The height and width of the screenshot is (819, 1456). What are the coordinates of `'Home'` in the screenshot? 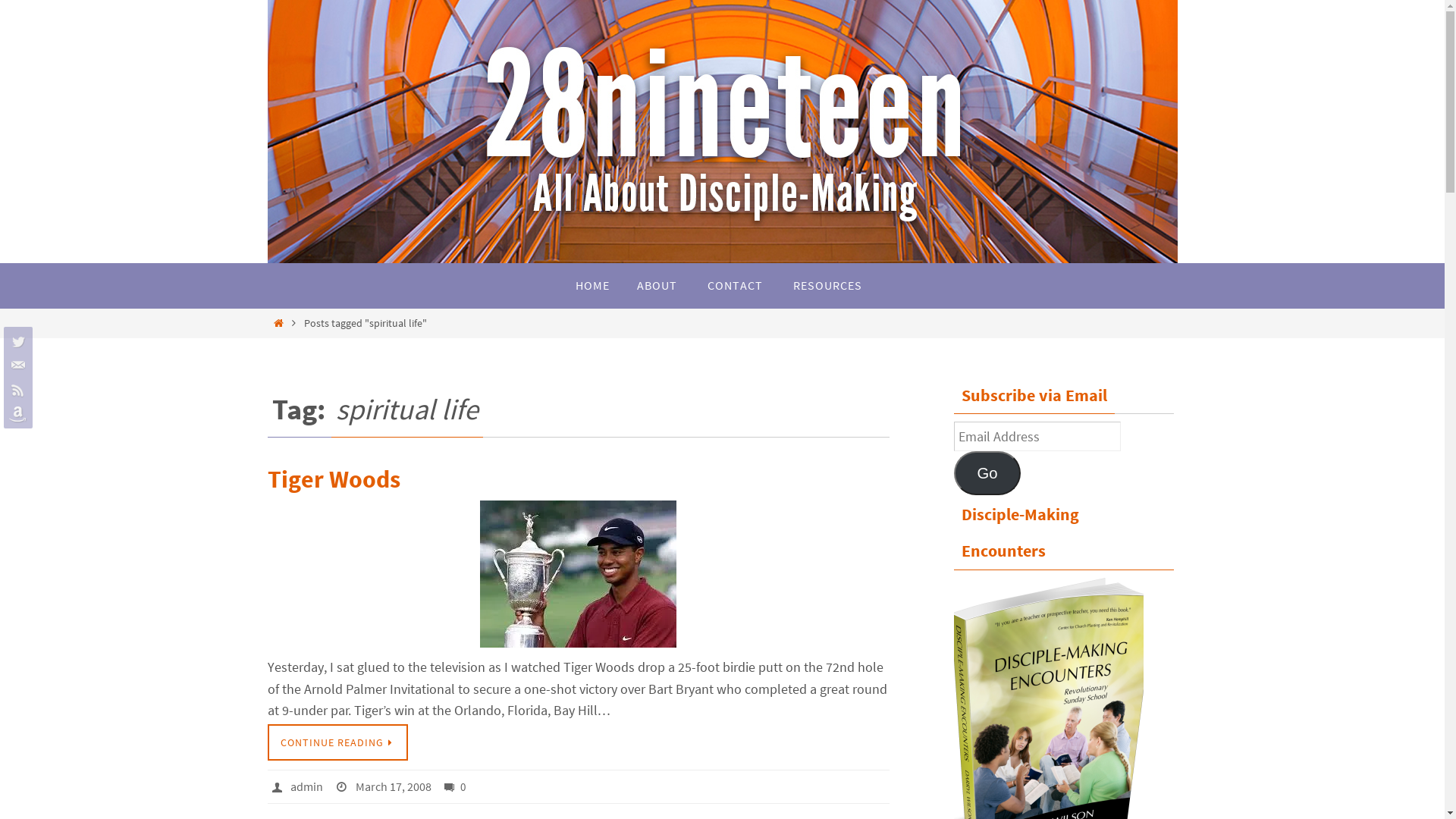 It's located at (279, 322).